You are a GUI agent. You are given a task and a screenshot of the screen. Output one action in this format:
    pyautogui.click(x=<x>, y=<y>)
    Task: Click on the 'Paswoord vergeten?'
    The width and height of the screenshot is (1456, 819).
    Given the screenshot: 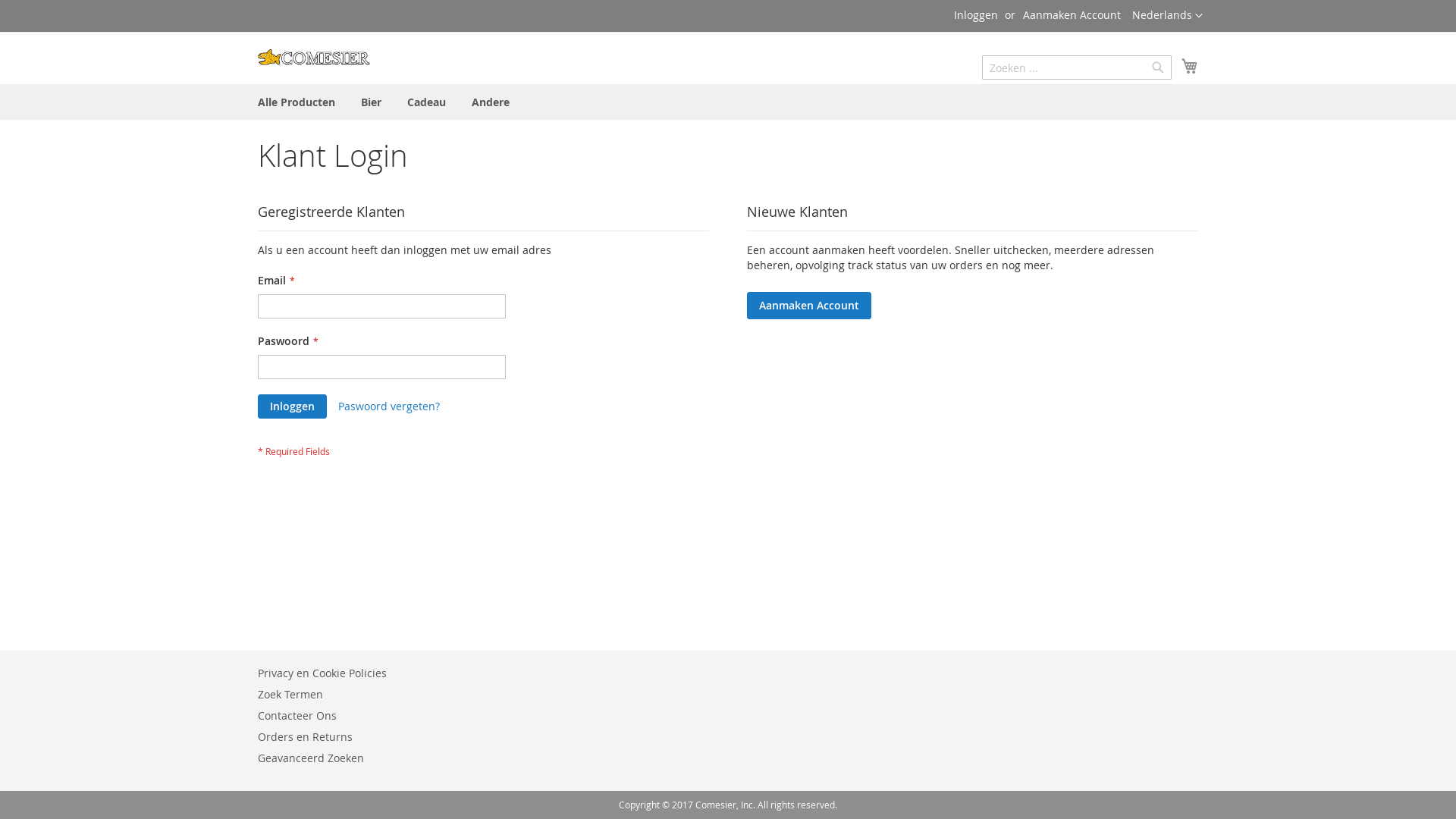 What is the action you would take?
    pyautogui.click(x=337, y=406)
    